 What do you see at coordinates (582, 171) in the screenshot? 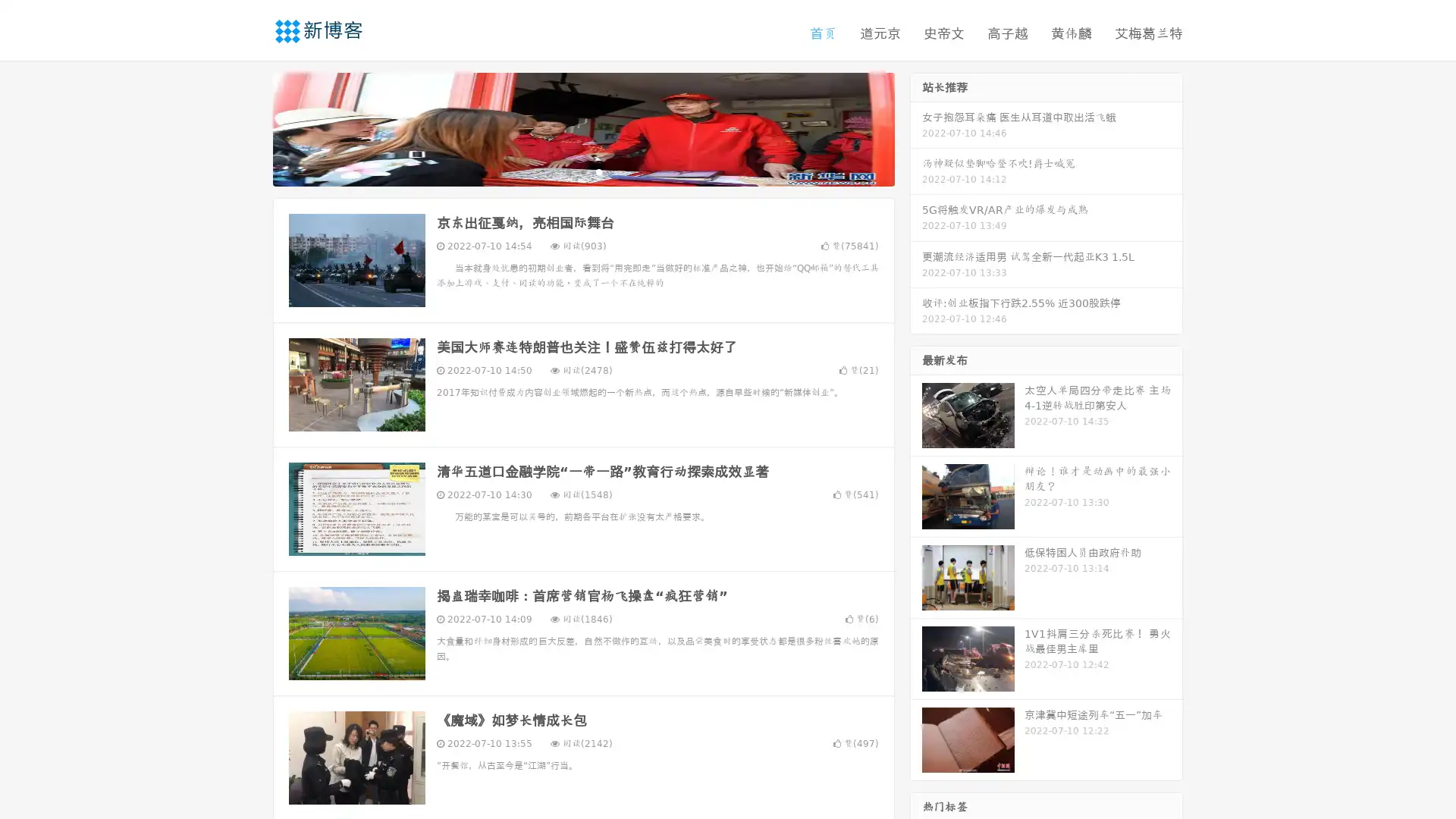
I see `Go to slide 2` at bounding box center [582, 171].